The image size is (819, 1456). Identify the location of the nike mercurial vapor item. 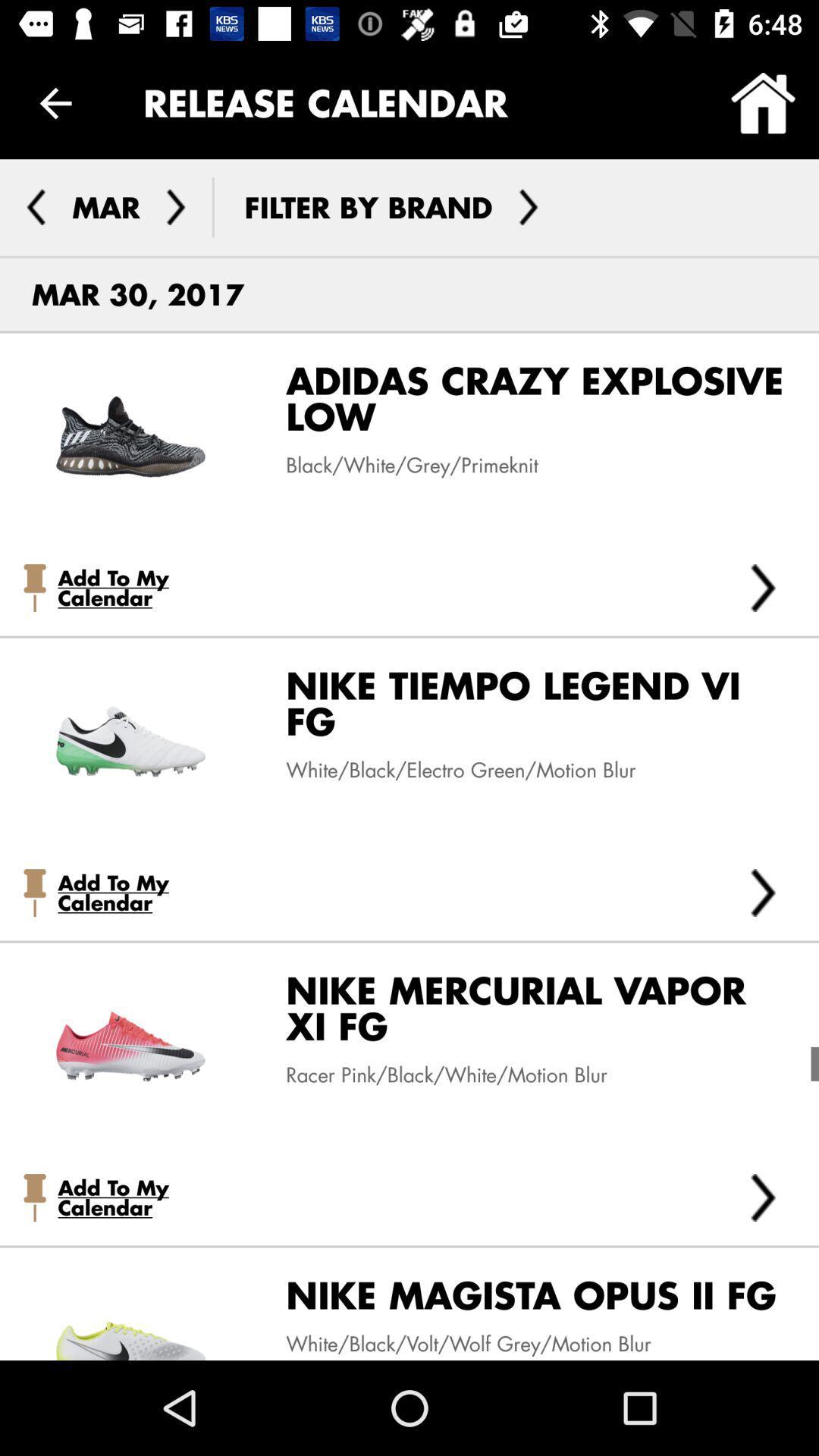
(523, 1014).